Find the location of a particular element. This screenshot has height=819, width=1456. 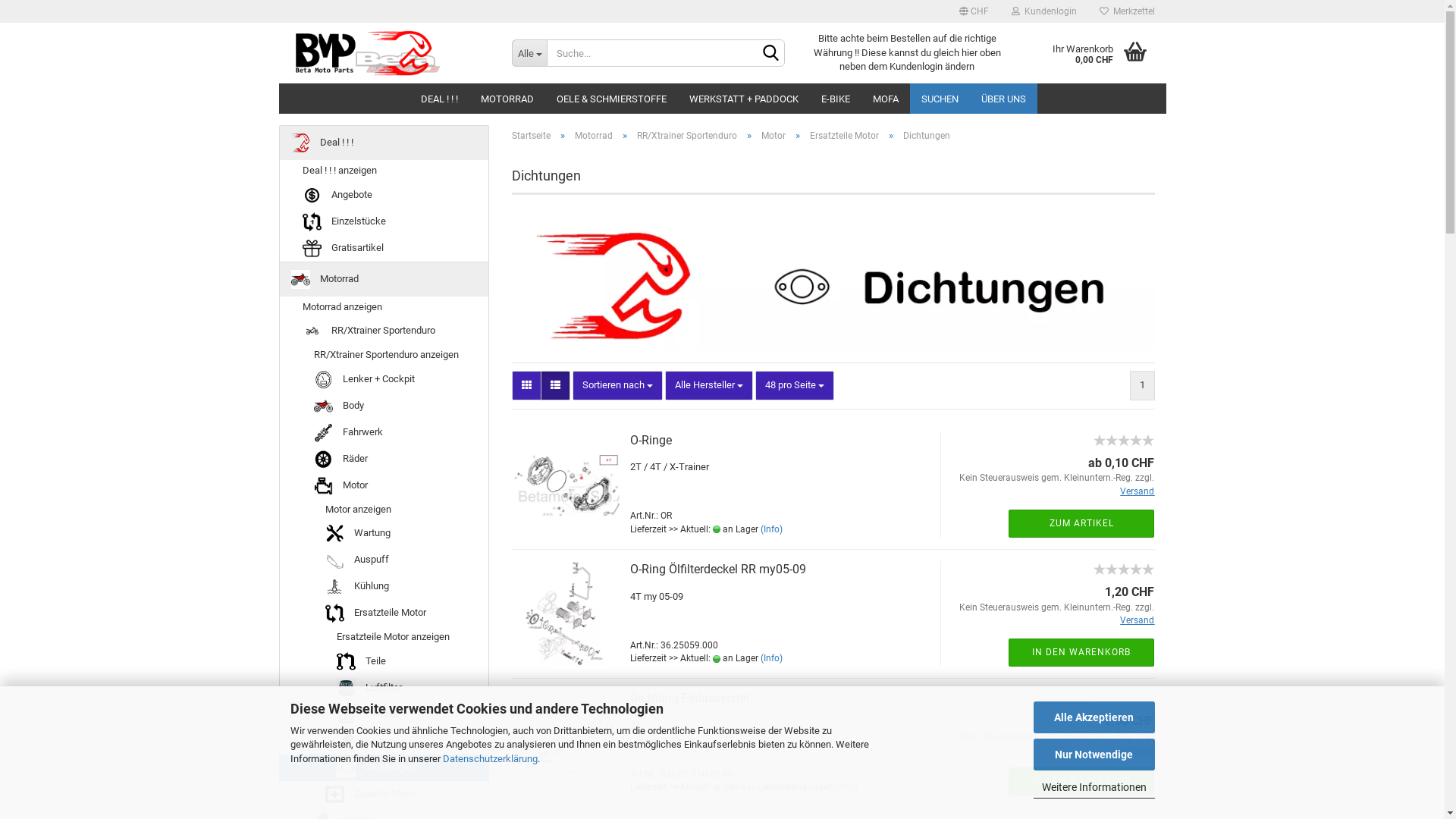

'IN DEN WARENKORB' is located at coordinates (1080, 651).